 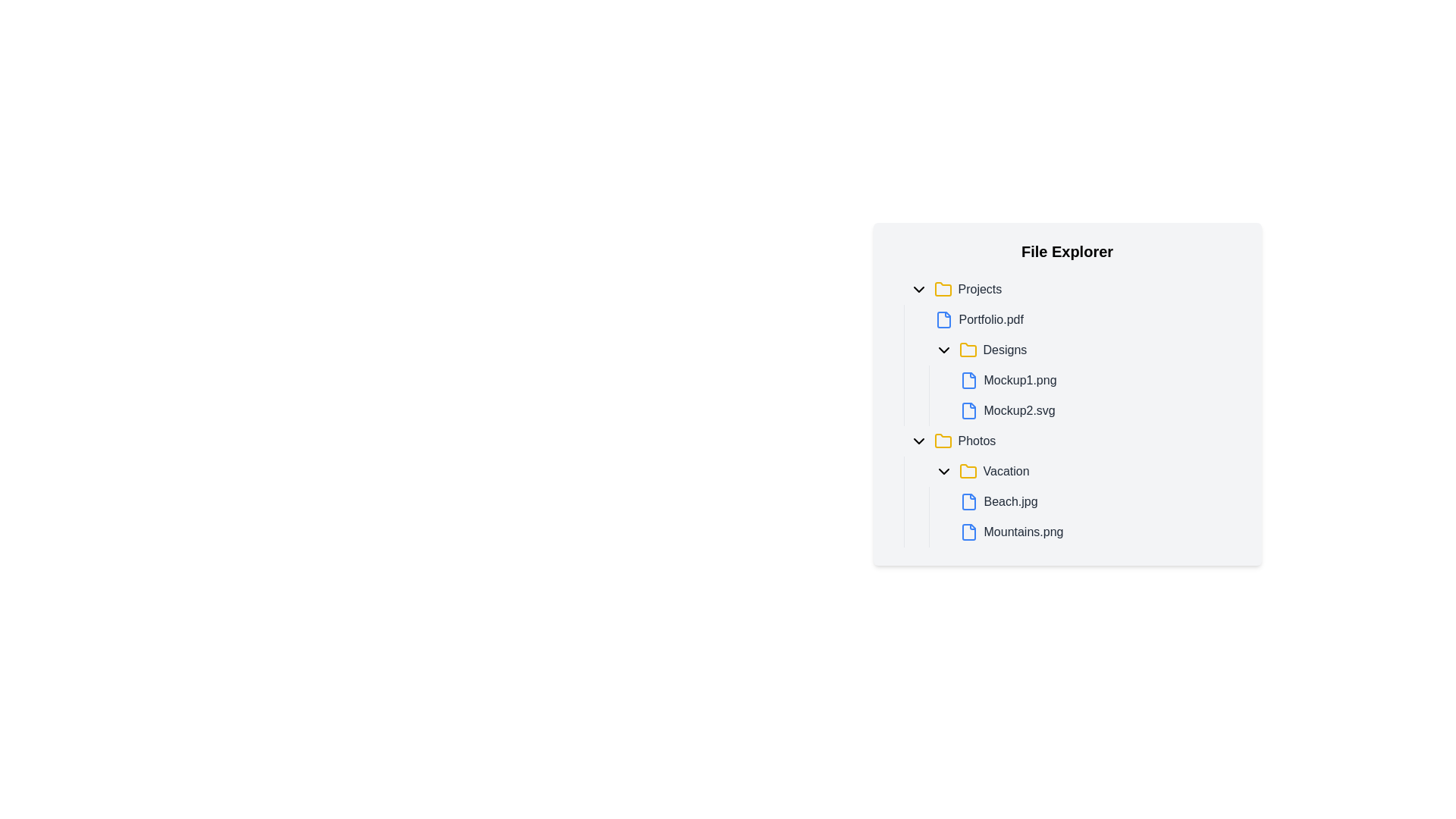 I want to click on the 'Designs' folder icon in the Projects directory, so click(x=967, y=350).